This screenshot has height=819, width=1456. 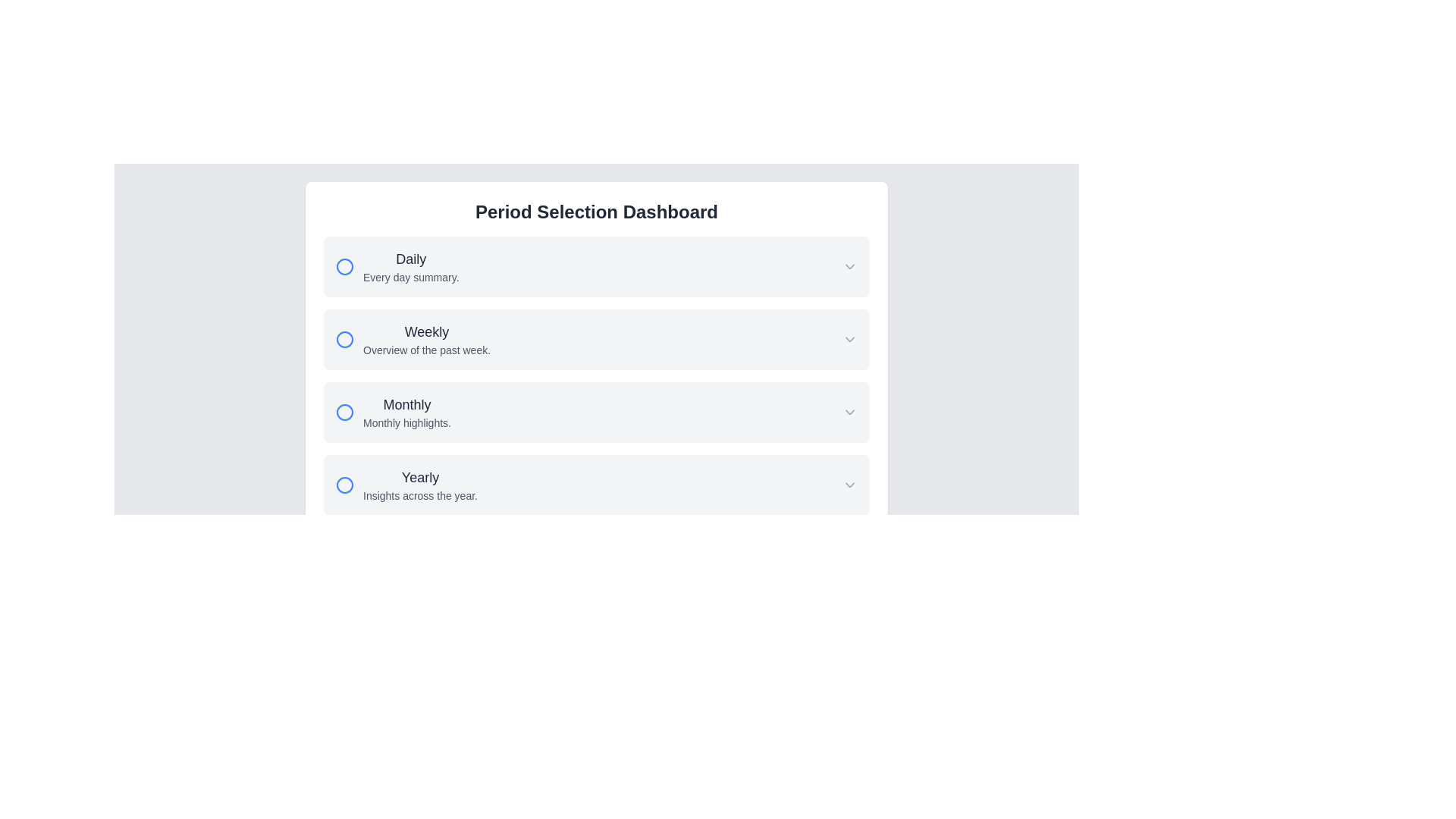 What do you see at coordinates (344, 412) in the screenshot?
I see `the radio button` at bounding box center [344, 412].